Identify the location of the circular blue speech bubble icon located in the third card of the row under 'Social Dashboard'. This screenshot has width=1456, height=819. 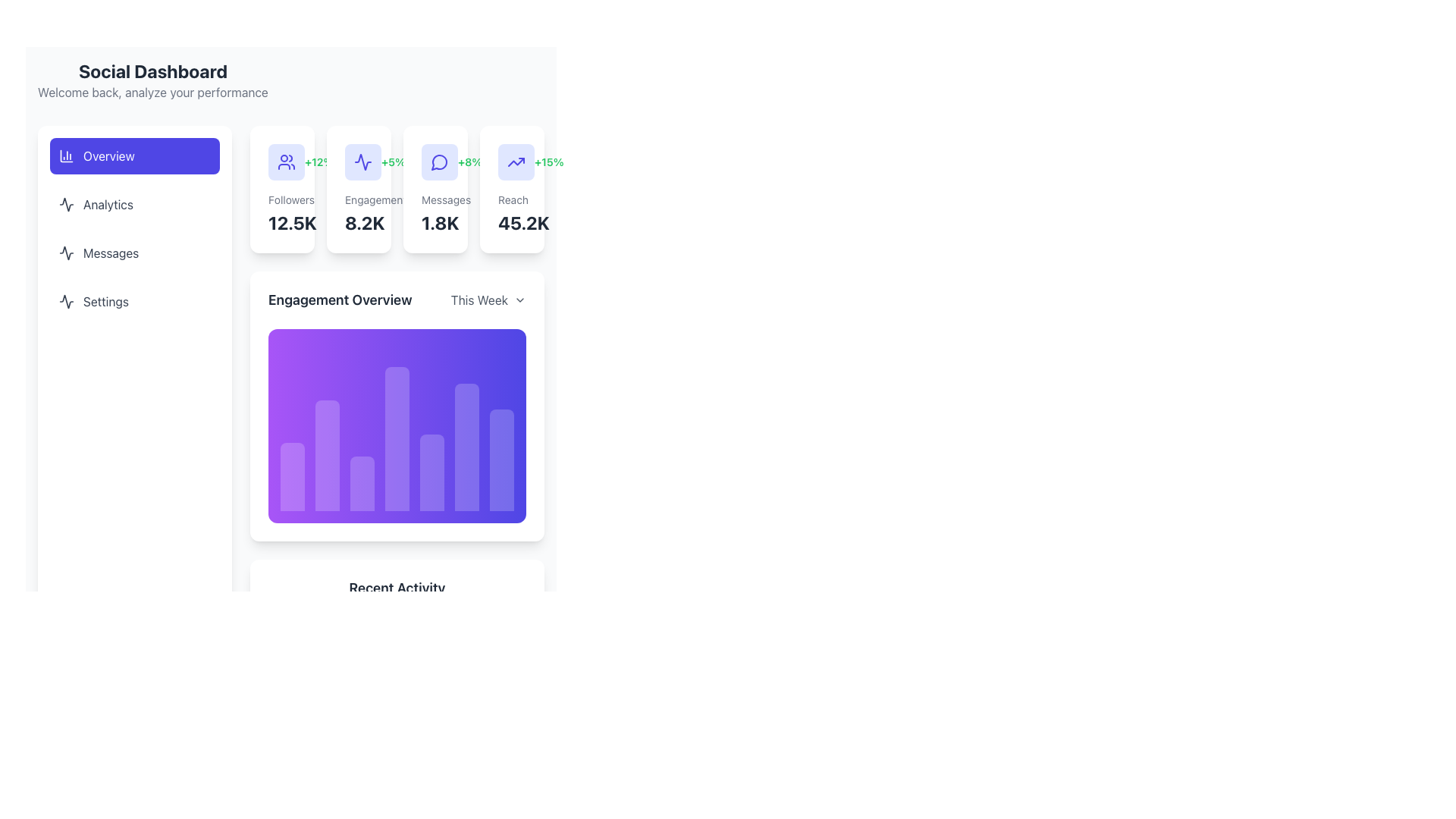
(439, 162).